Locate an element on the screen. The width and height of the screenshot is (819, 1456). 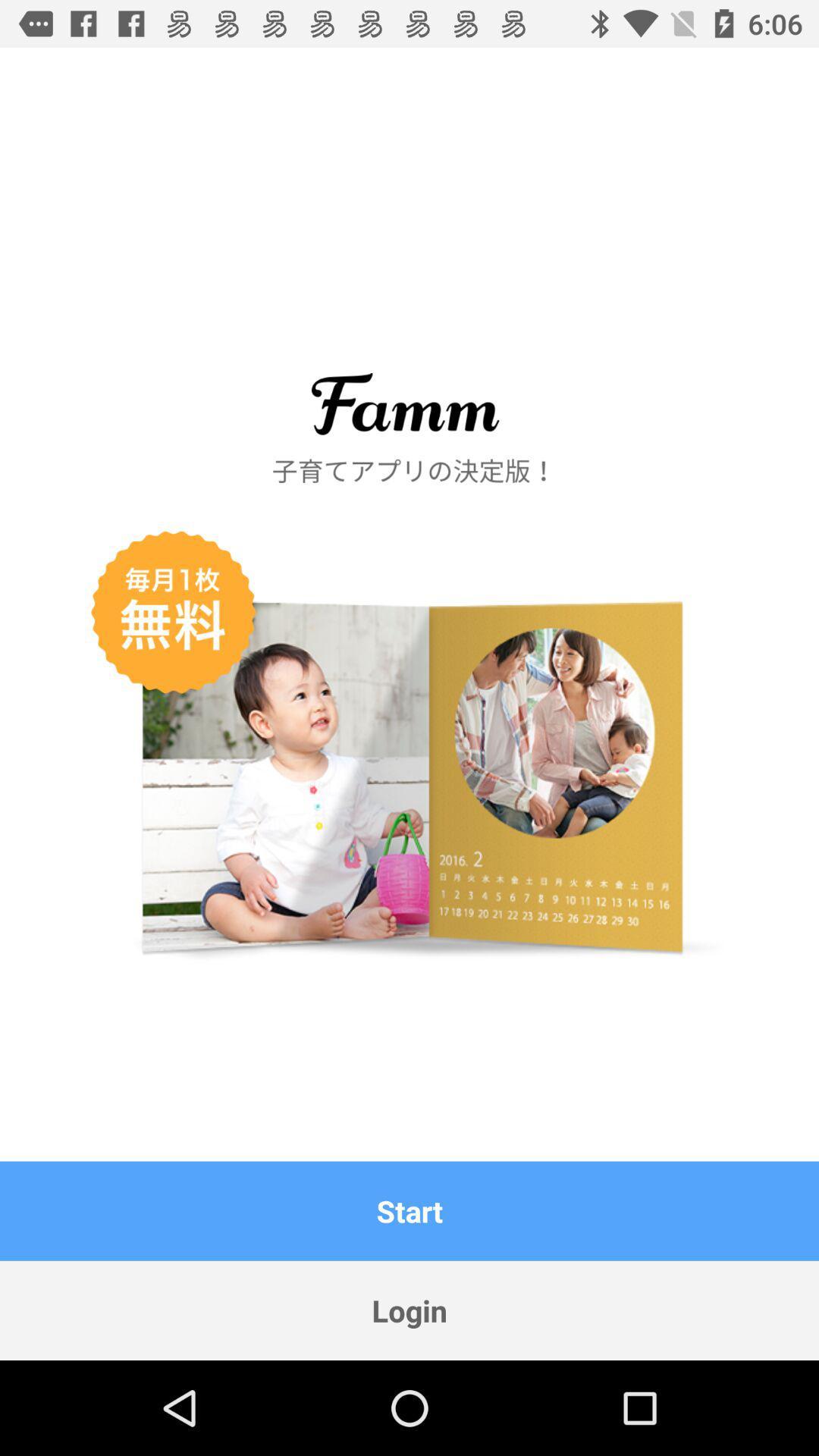
login icon is located at coordinates (409, 1310).